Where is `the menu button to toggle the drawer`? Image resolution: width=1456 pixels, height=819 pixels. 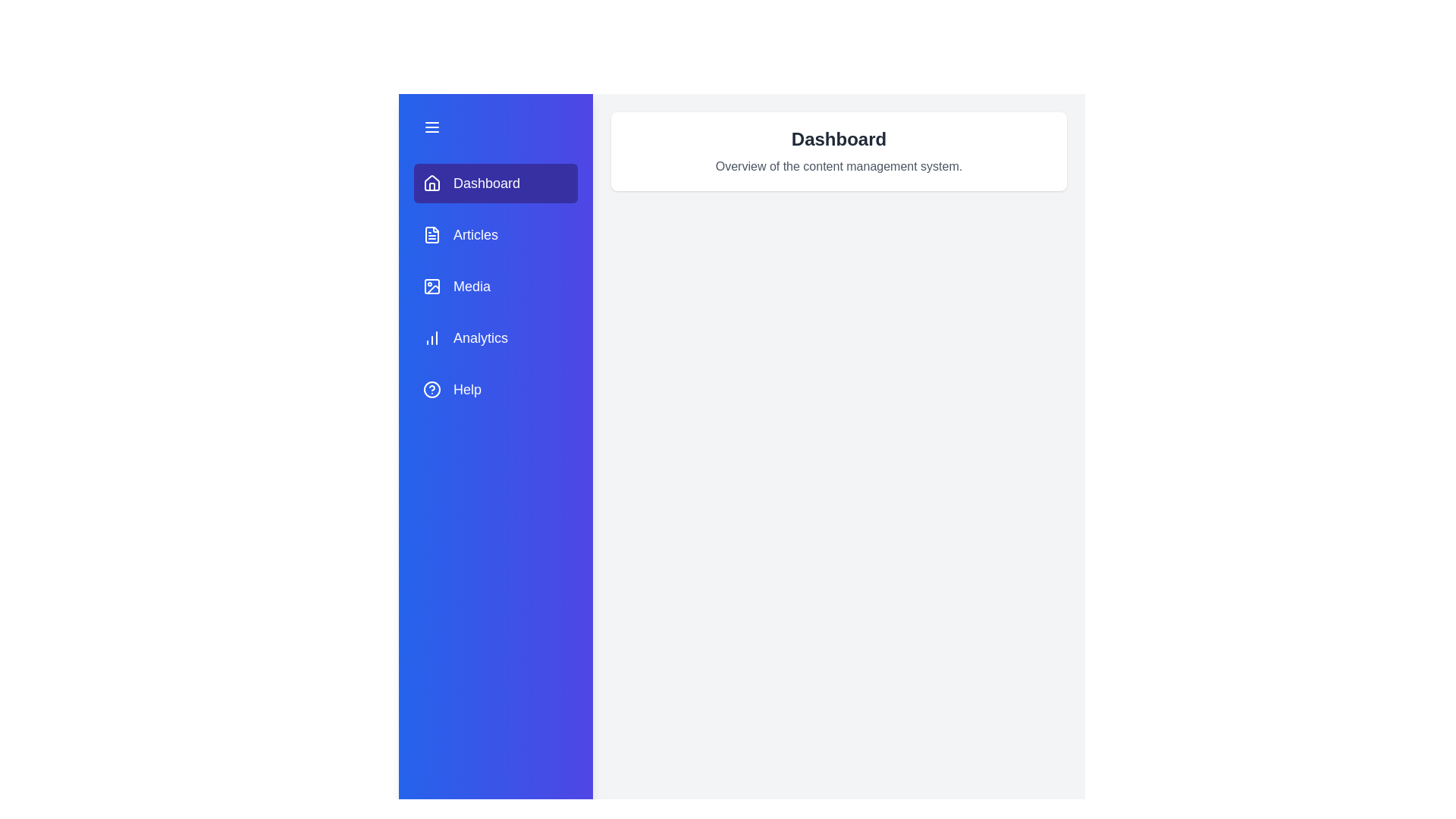
the menu button to toggle the drawer is located at coordinates (495, 127).